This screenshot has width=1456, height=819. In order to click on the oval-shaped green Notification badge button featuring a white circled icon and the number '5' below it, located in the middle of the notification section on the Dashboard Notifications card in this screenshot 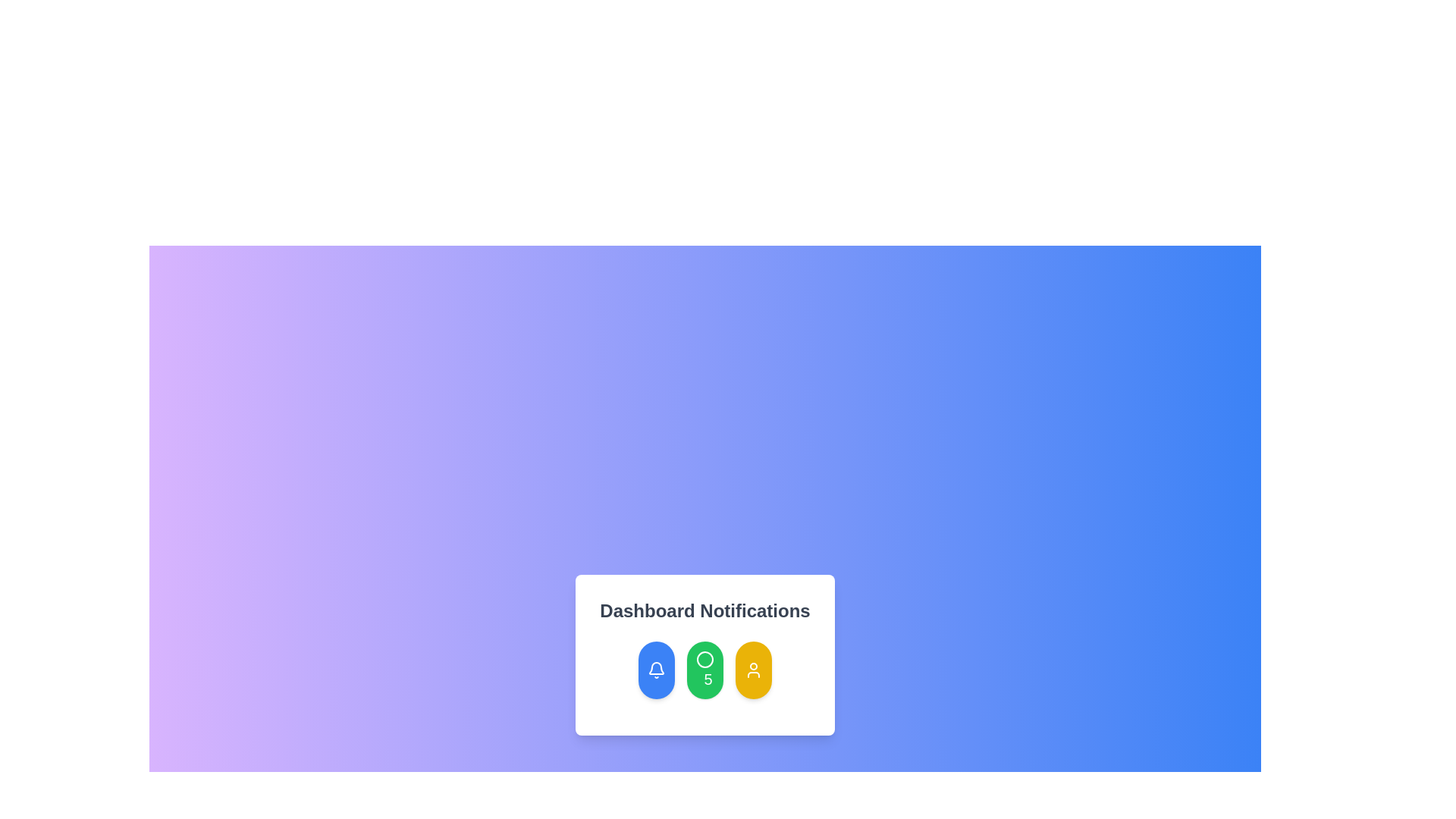, I will do `click(704, 669)`.